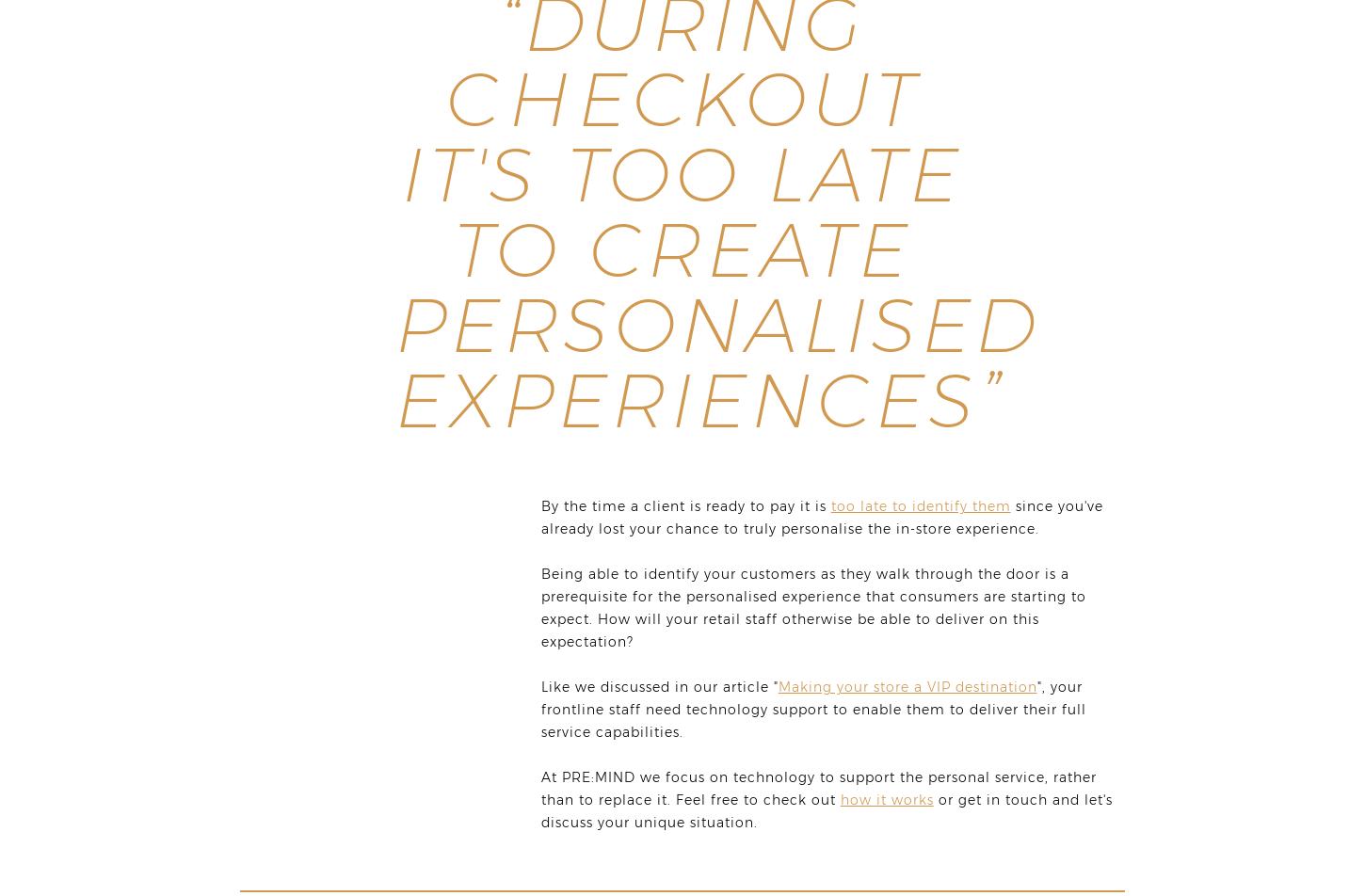 Image resolution: width=1365 pixels, height=896 pixels. What do you see at coordinates (658, 686) in the screenshot?
I see `'Like we discussed in our article "'` at bounding box center [658, 686].